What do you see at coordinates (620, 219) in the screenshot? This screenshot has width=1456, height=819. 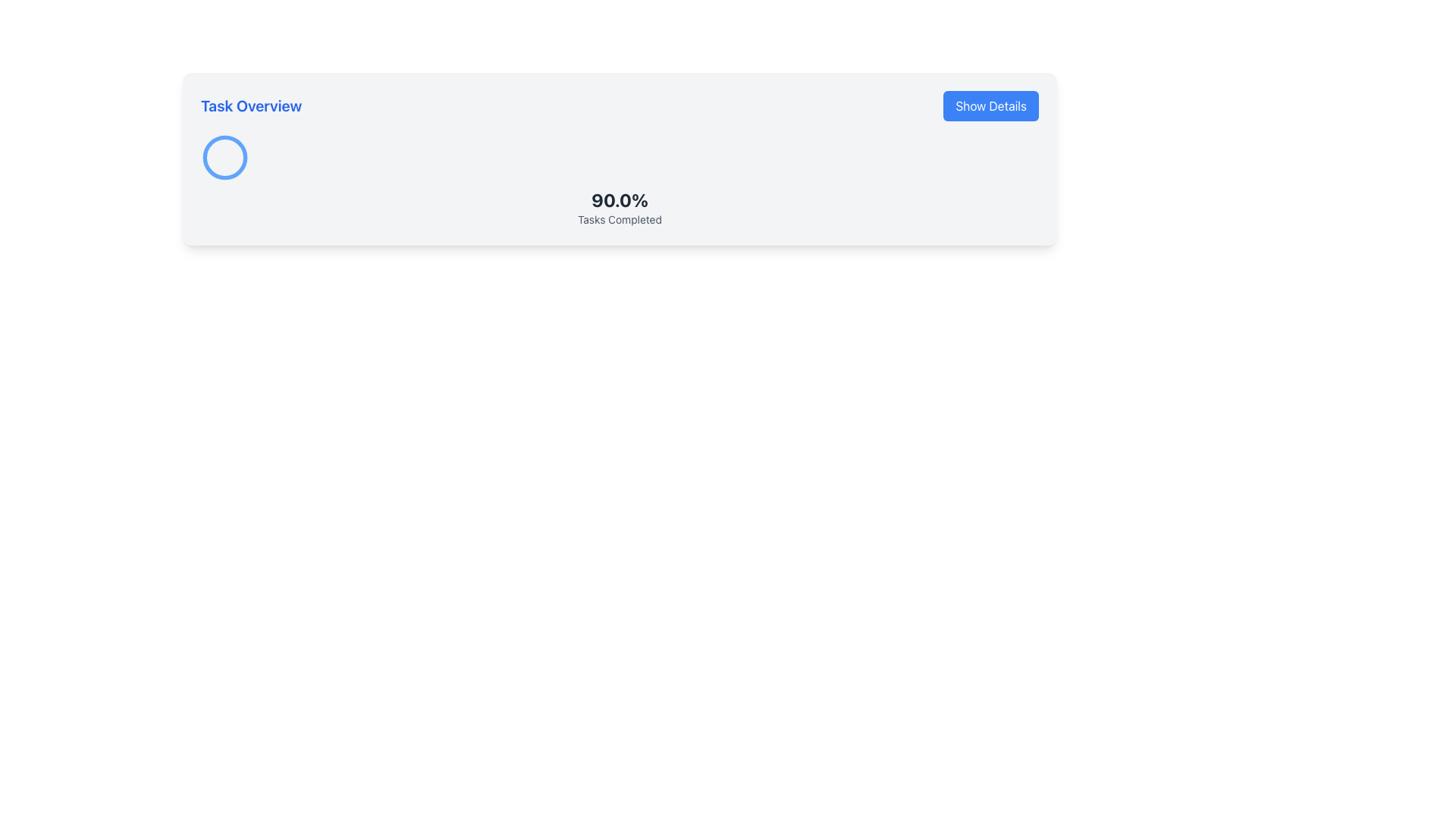 I see `the descriptive Text label that indicates the context of the percentage figure '90.0%' located below it` at bounding box center [620, 219].